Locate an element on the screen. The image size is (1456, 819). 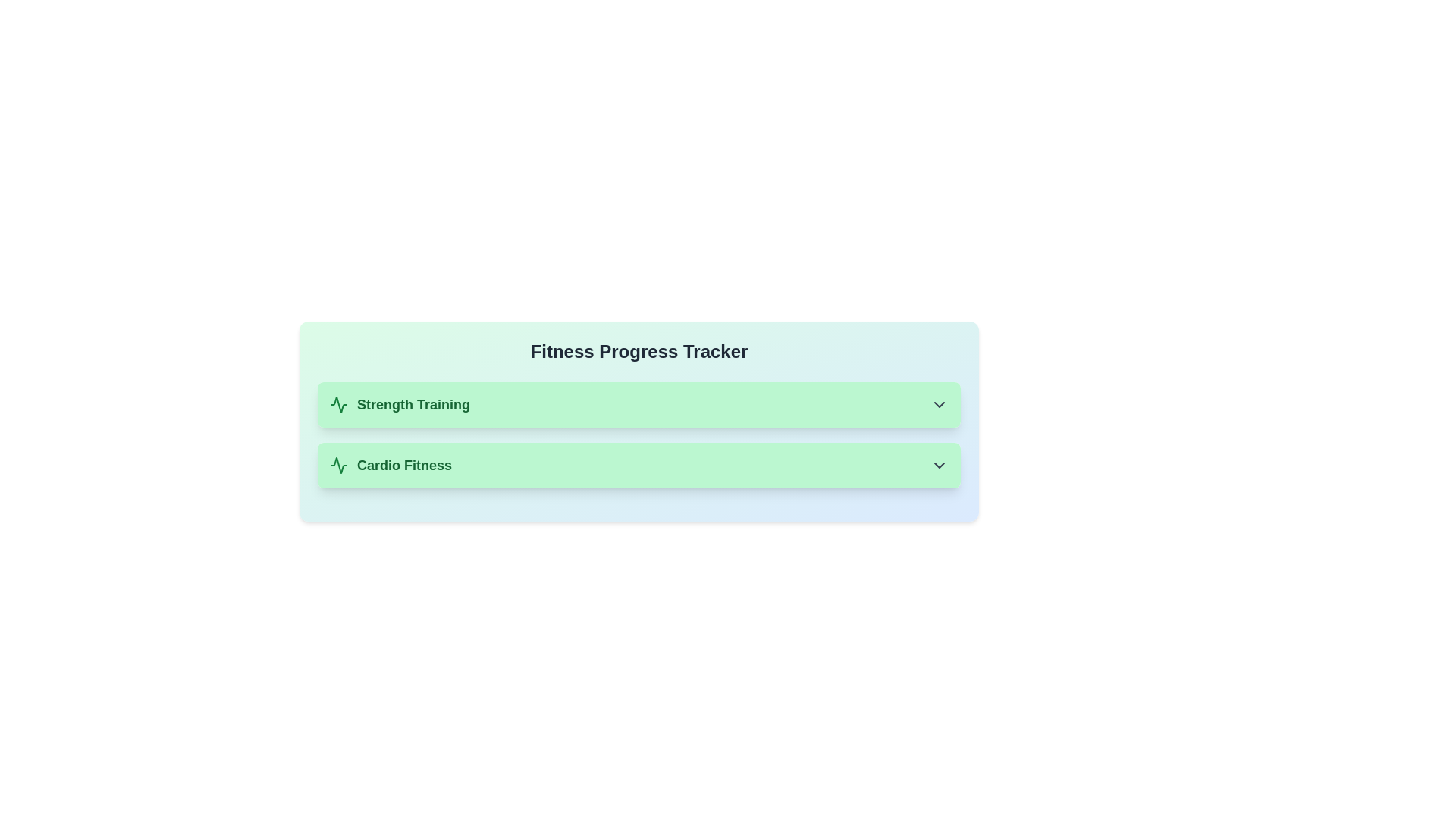
the dropdown toggle button (arrow icon) in the top-right corner of the 'Cardio Fitness' section is located at coordinates (938, 464).